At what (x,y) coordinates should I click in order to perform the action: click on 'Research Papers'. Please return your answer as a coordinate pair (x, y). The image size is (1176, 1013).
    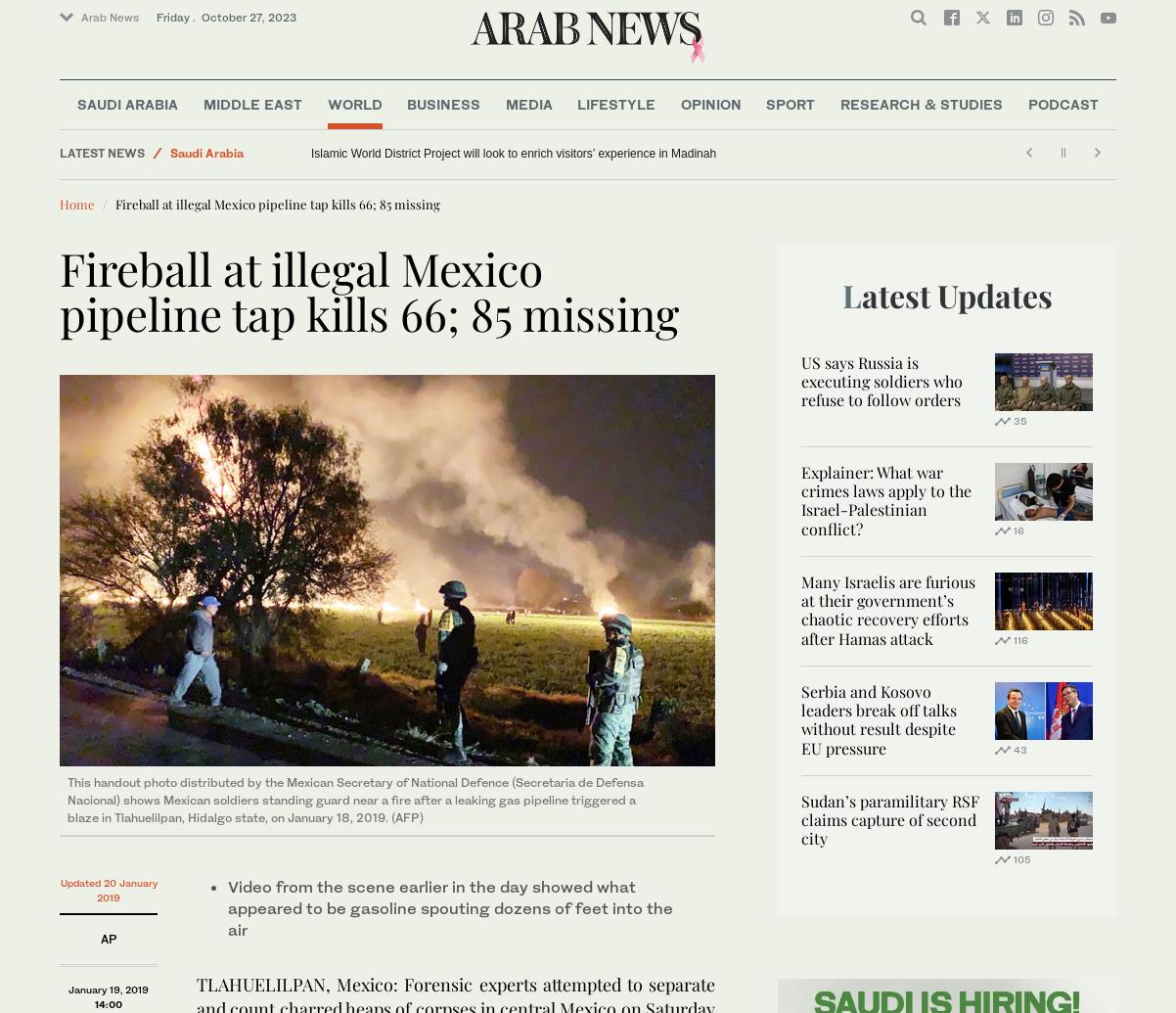
    Looking at the image, I should click on (667, 149).